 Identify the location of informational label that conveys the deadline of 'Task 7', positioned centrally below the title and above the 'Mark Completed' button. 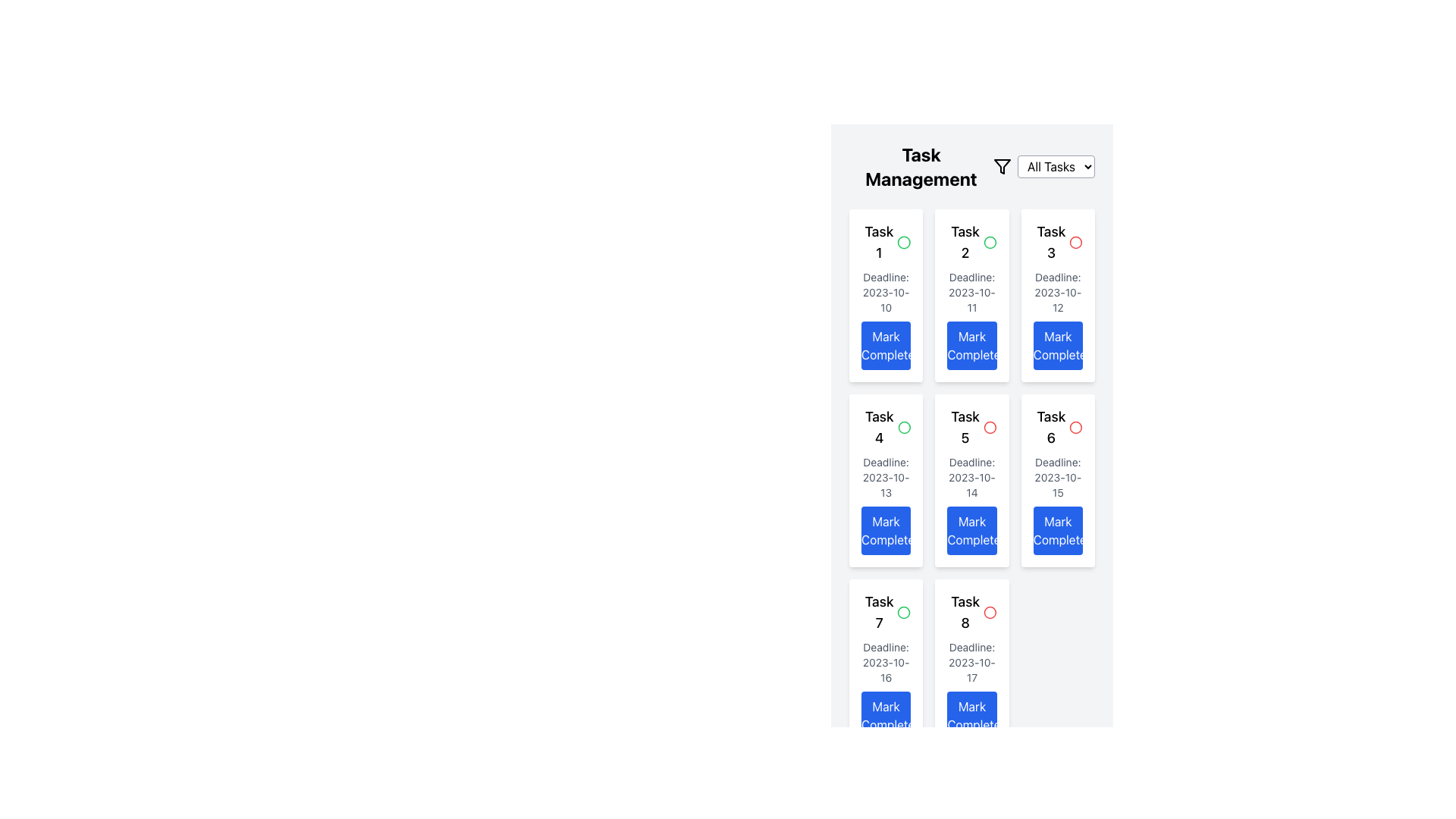
(886, 662).